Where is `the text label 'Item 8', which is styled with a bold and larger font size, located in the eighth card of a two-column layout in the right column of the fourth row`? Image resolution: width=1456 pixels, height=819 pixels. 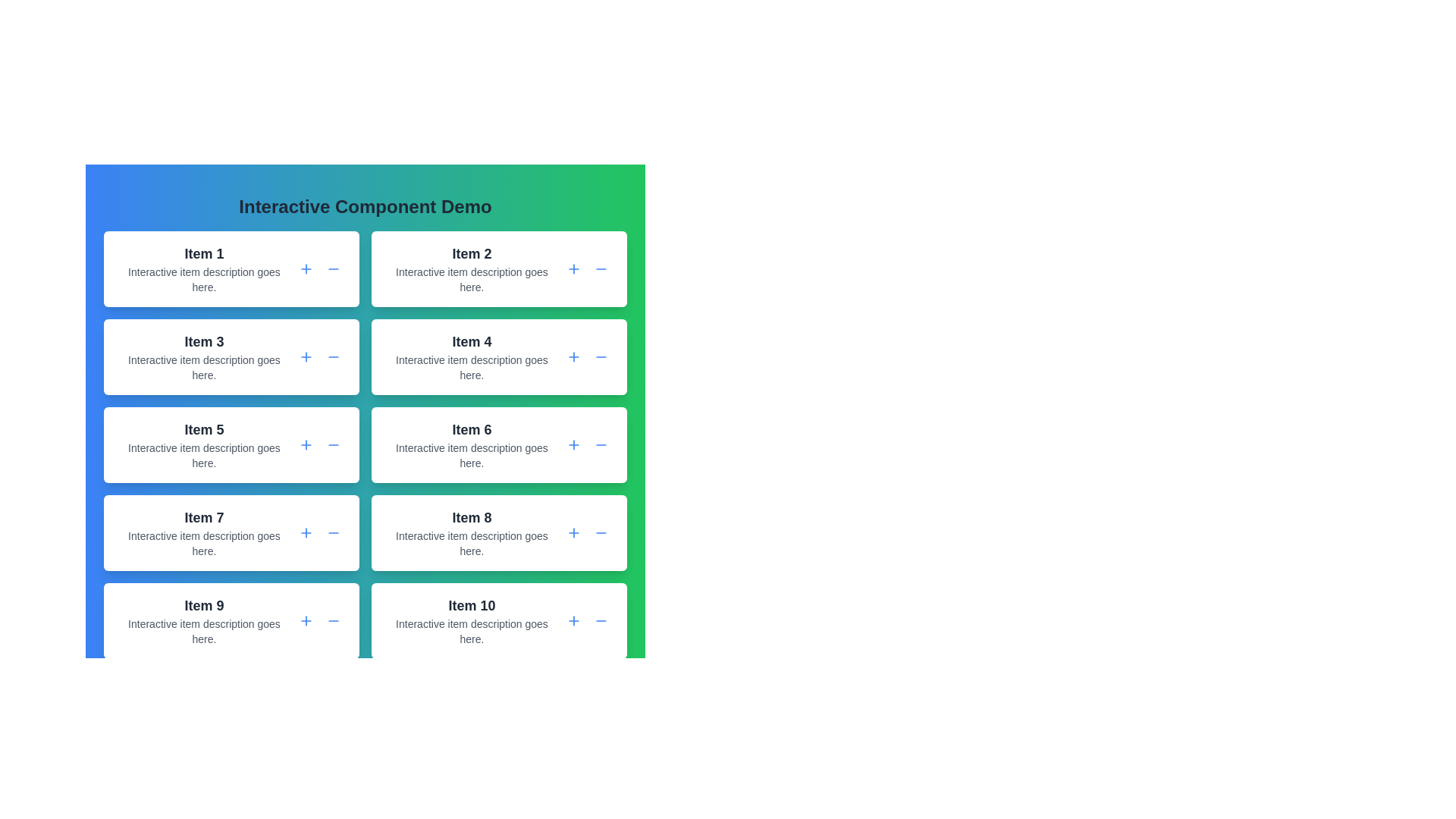 the text label 'Item 8', which is styled with a bold and larger font size, located in the eighth card of a two-column layout in the right column of the fourth row is located at coordinates (471, 516).